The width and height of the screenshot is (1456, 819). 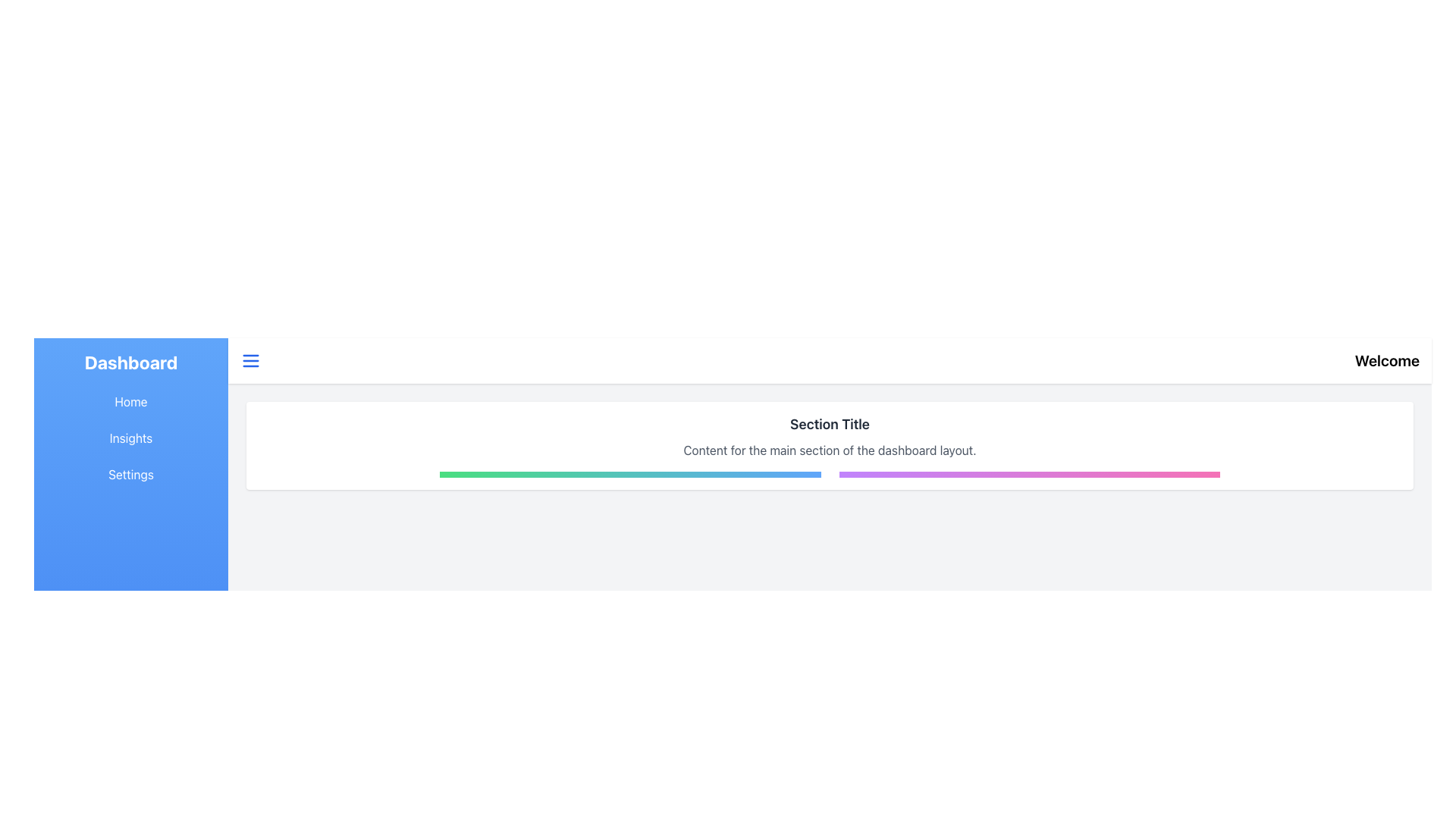 What do you see at coordinates (130, 438) in the screenshot?
I see `the 'Insights' navigation item in the blue sidebar` at bounding box center [130, 438].